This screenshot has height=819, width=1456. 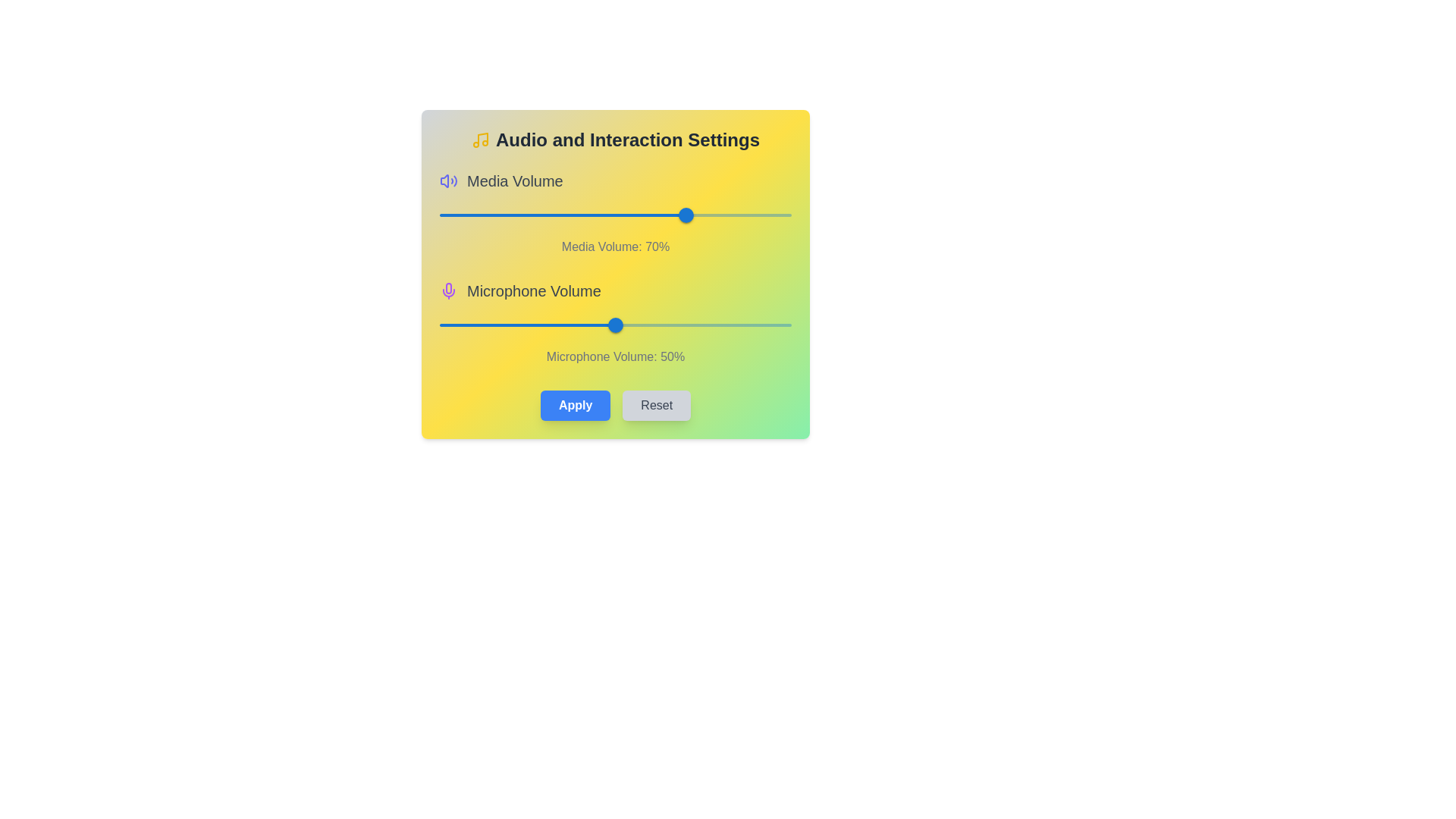 I want to click on the blue circular thumb control of the 'Media Volume' slider, currently positioned at 70%, so click(x=685, y=215).